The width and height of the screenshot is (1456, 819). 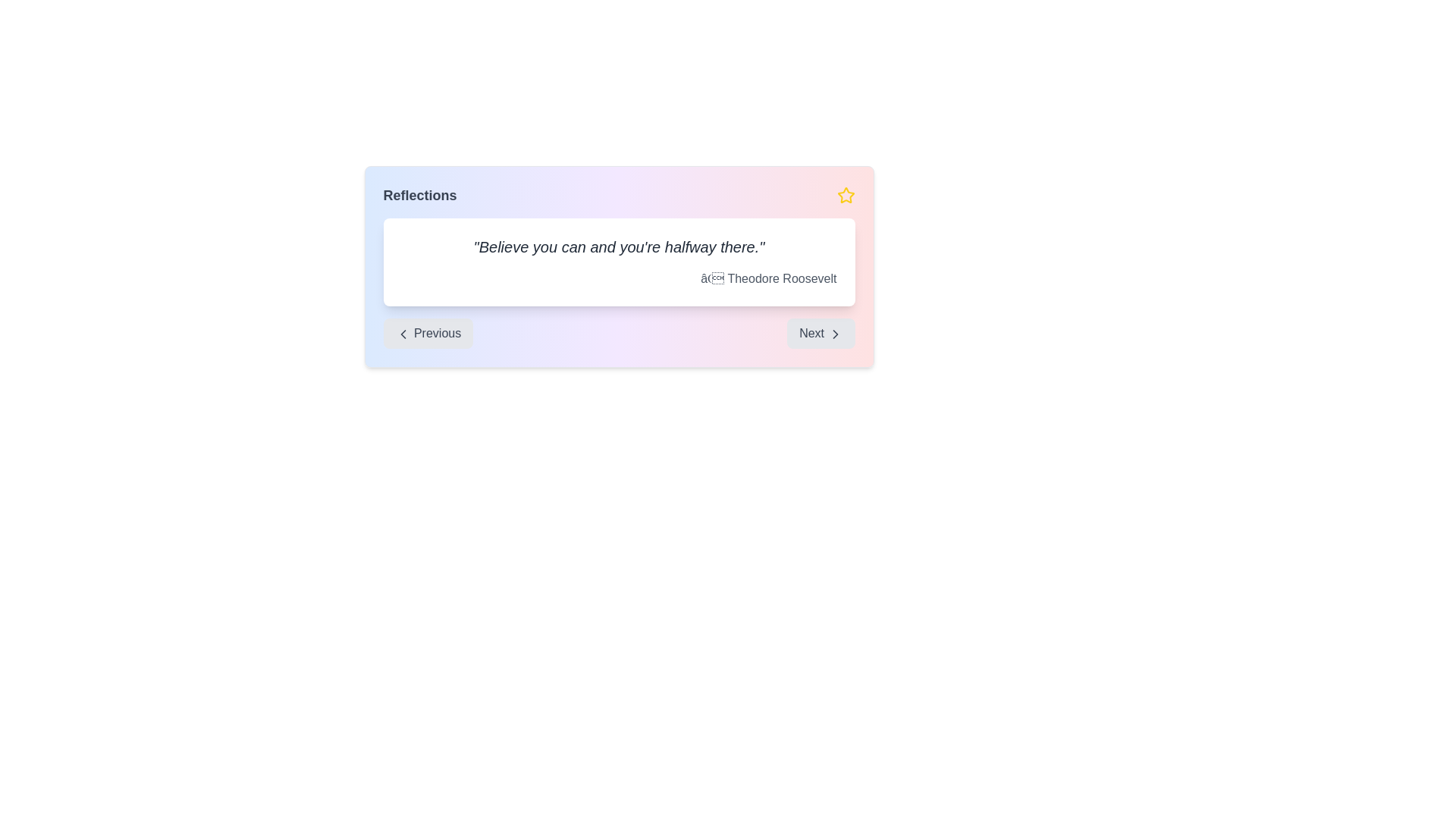 What do you see at coordinates (403, 333) in the screenshot?
I see `the left navigation chevron arrow icon located in the navigation bar of the card-like component` at bounding box center [403, 333].